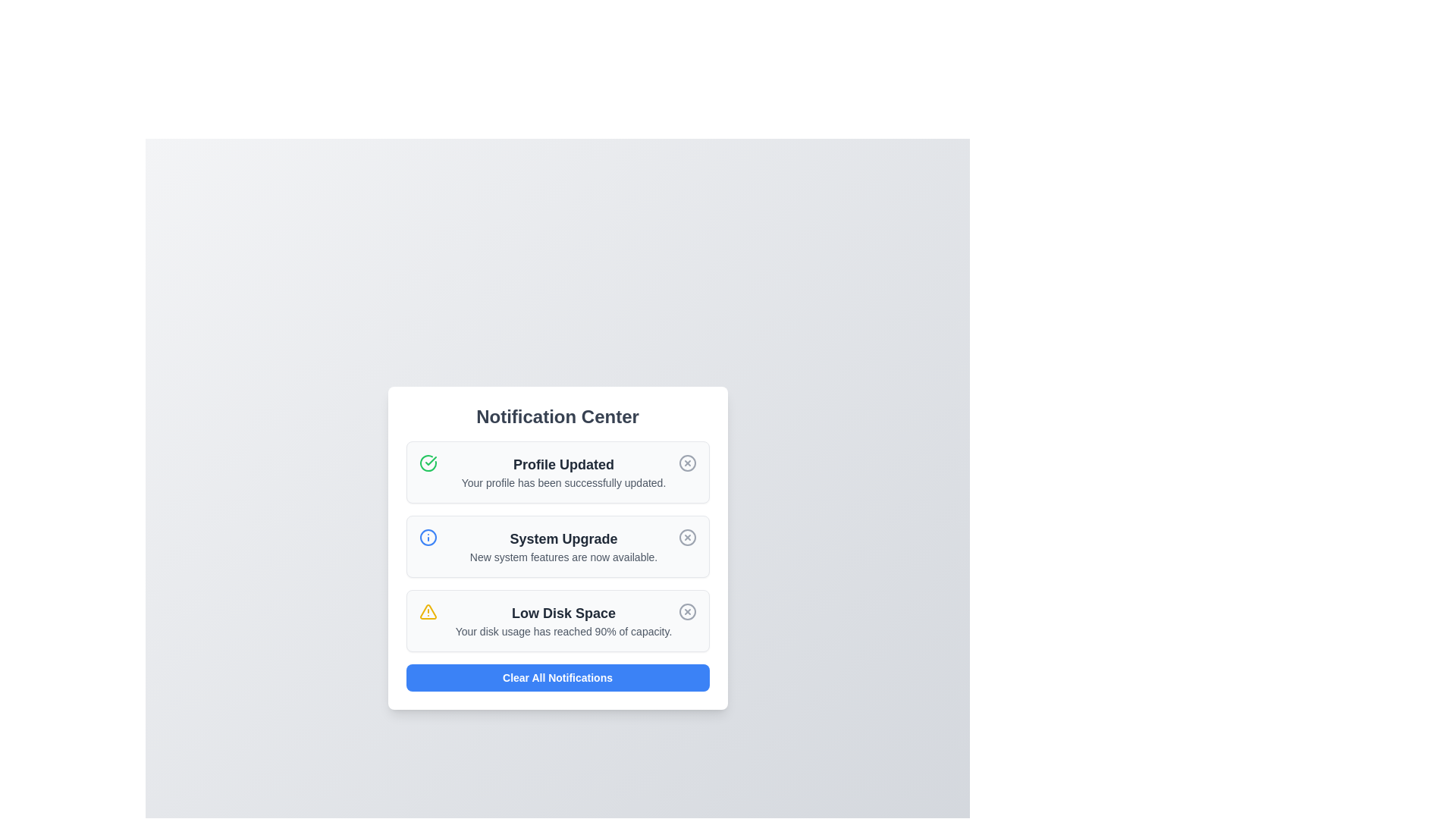  What do you see at coordinates (557, 677) in the screenshot?
I see `the button labeled 'Clear All Notifications' with a blue background to observe the color change effect` at bounding box center [557, 677].